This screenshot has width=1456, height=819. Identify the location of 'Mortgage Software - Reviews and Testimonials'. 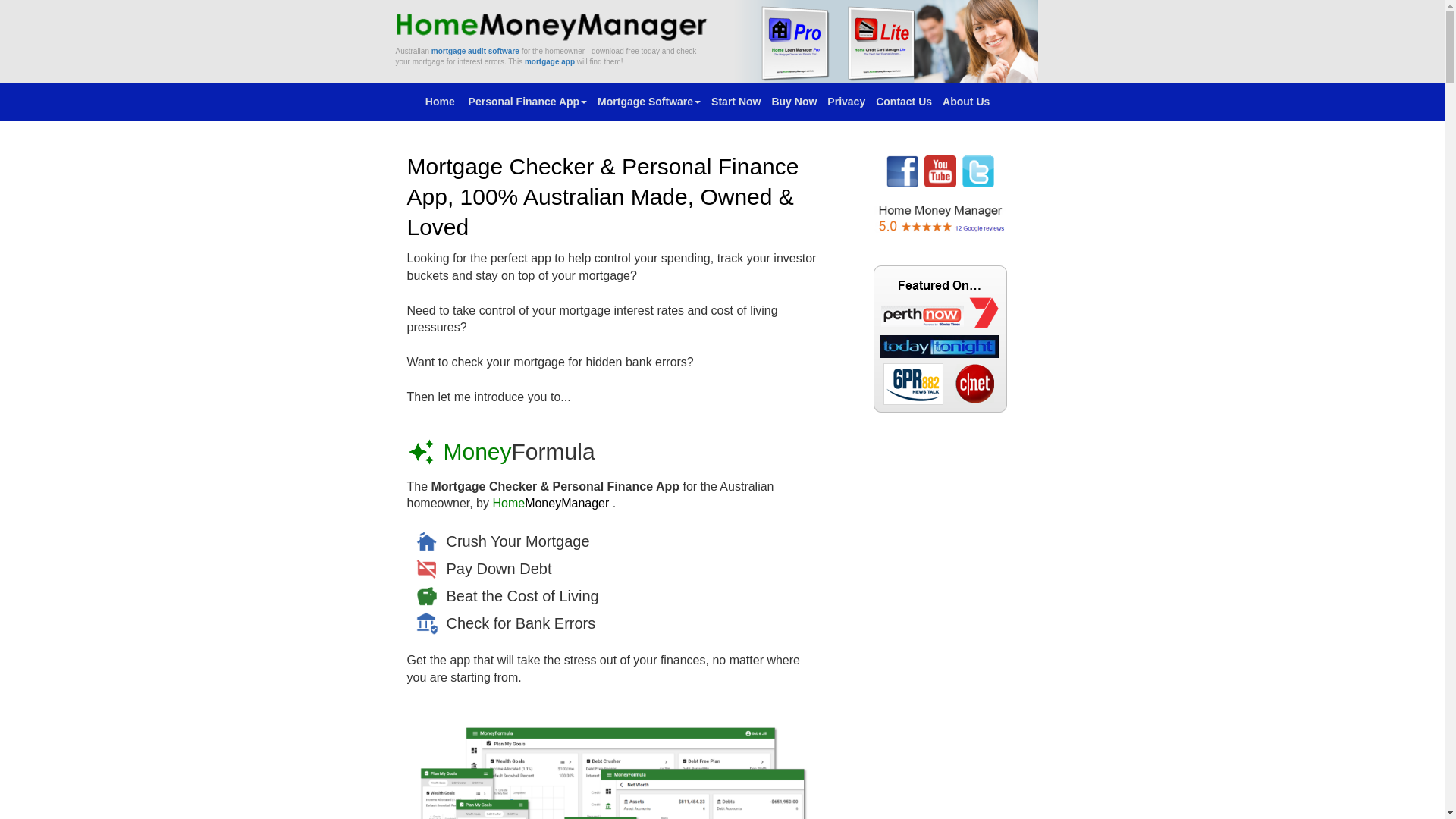
(939, 218).